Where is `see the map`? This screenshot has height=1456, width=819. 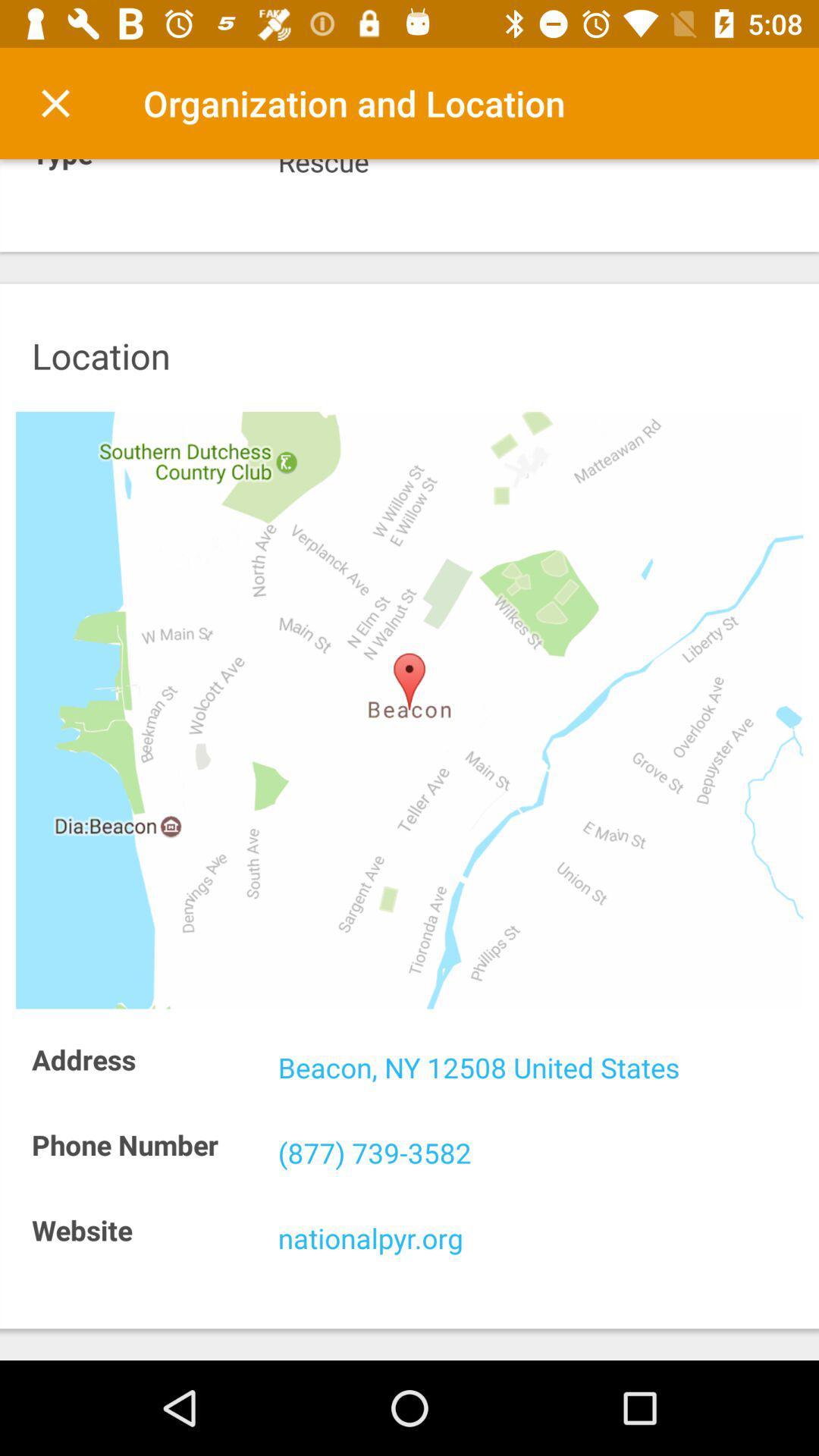 see the map is located at coordinates (409, 709).